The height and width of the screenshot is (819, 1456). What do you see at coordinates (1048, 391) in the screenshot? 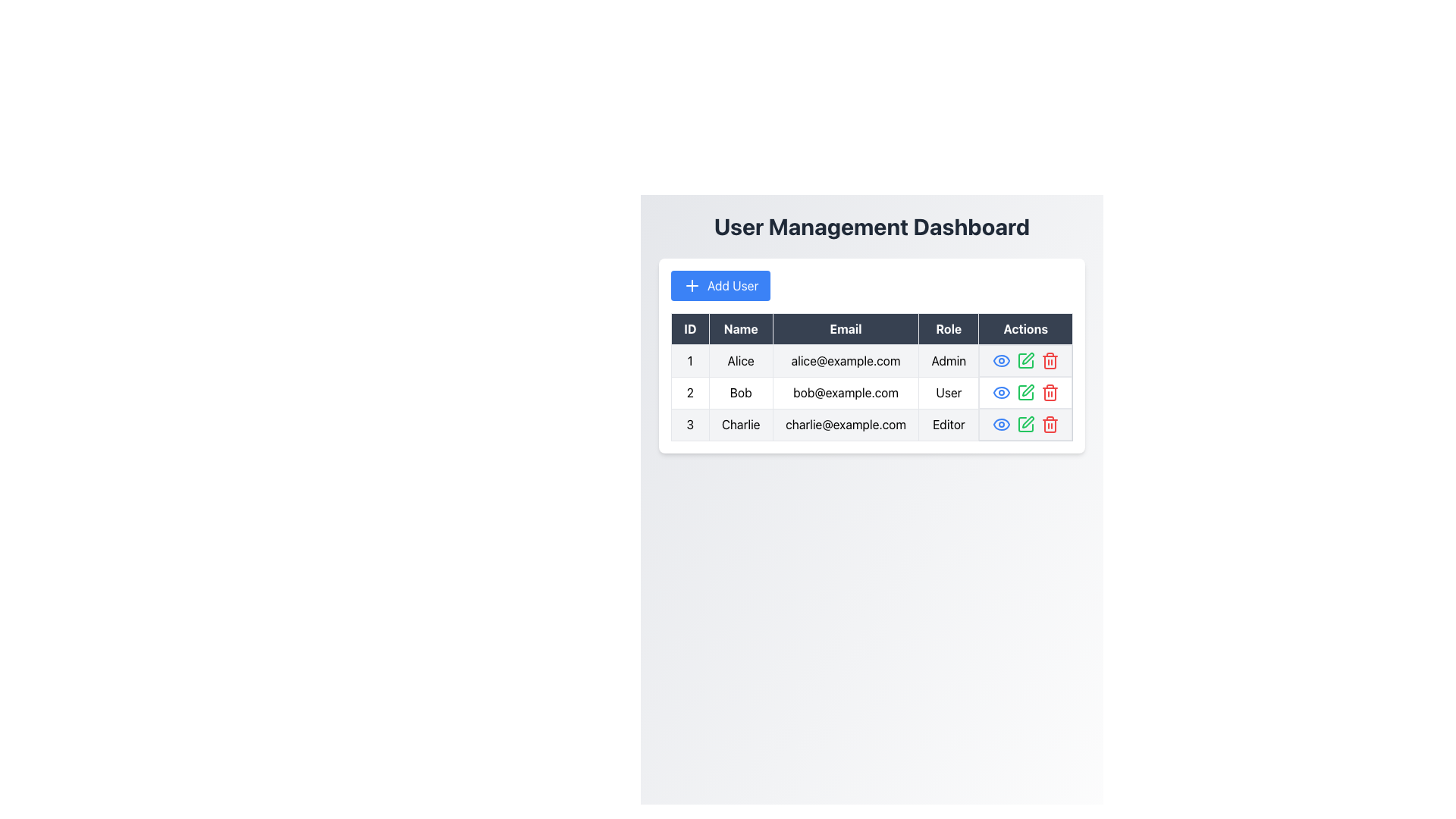
I see `on the delete button in the 'Actions' column of the table, specifically in the second row corresponding` at bounding box center [1048, 391].